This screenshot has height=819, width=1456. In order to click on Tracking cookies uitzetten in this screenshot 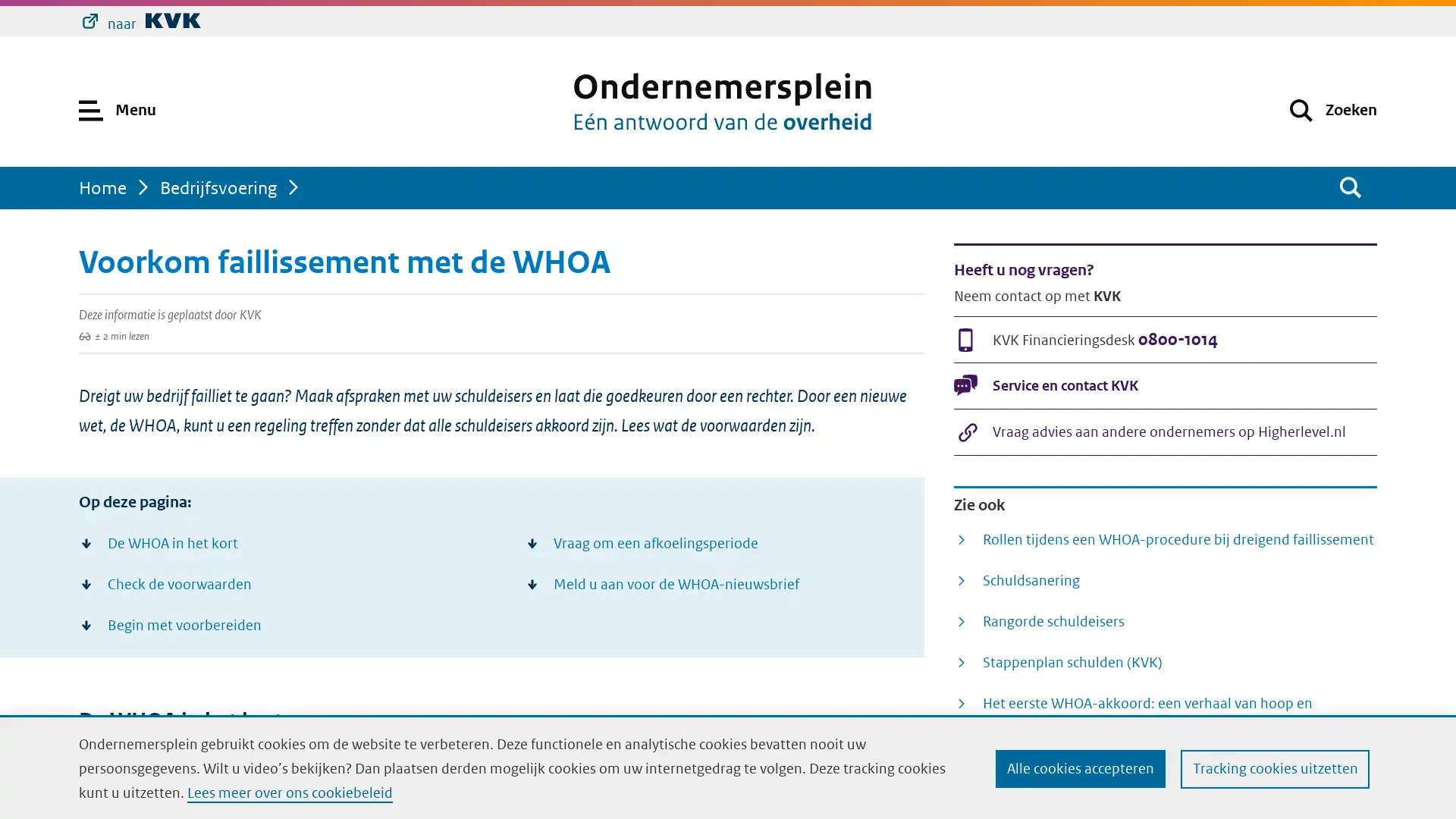, I will do `click(1274, 767)`.